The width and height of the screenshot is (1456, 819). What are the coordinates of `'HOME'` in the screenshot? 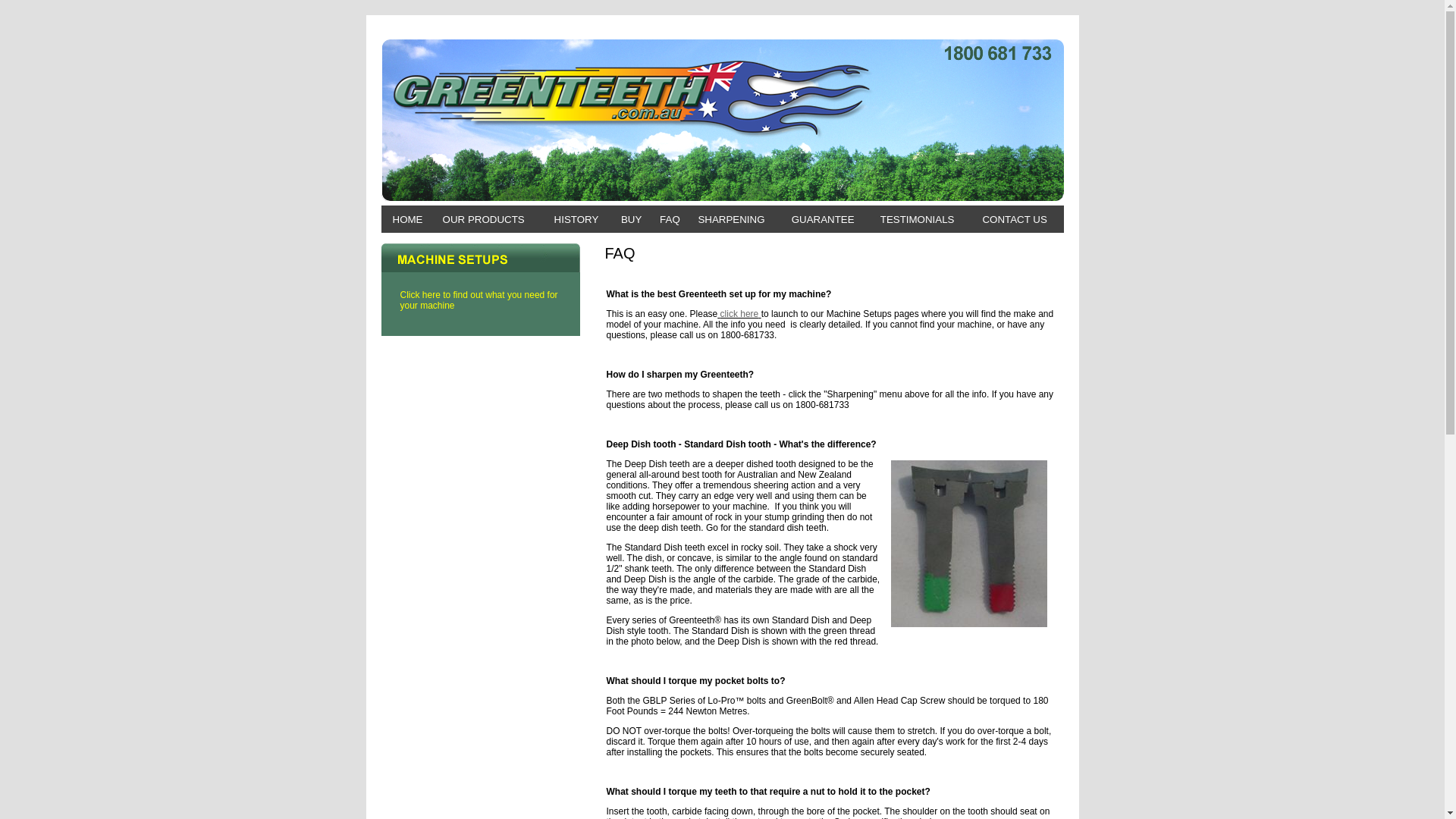 It's located at (407, 219).